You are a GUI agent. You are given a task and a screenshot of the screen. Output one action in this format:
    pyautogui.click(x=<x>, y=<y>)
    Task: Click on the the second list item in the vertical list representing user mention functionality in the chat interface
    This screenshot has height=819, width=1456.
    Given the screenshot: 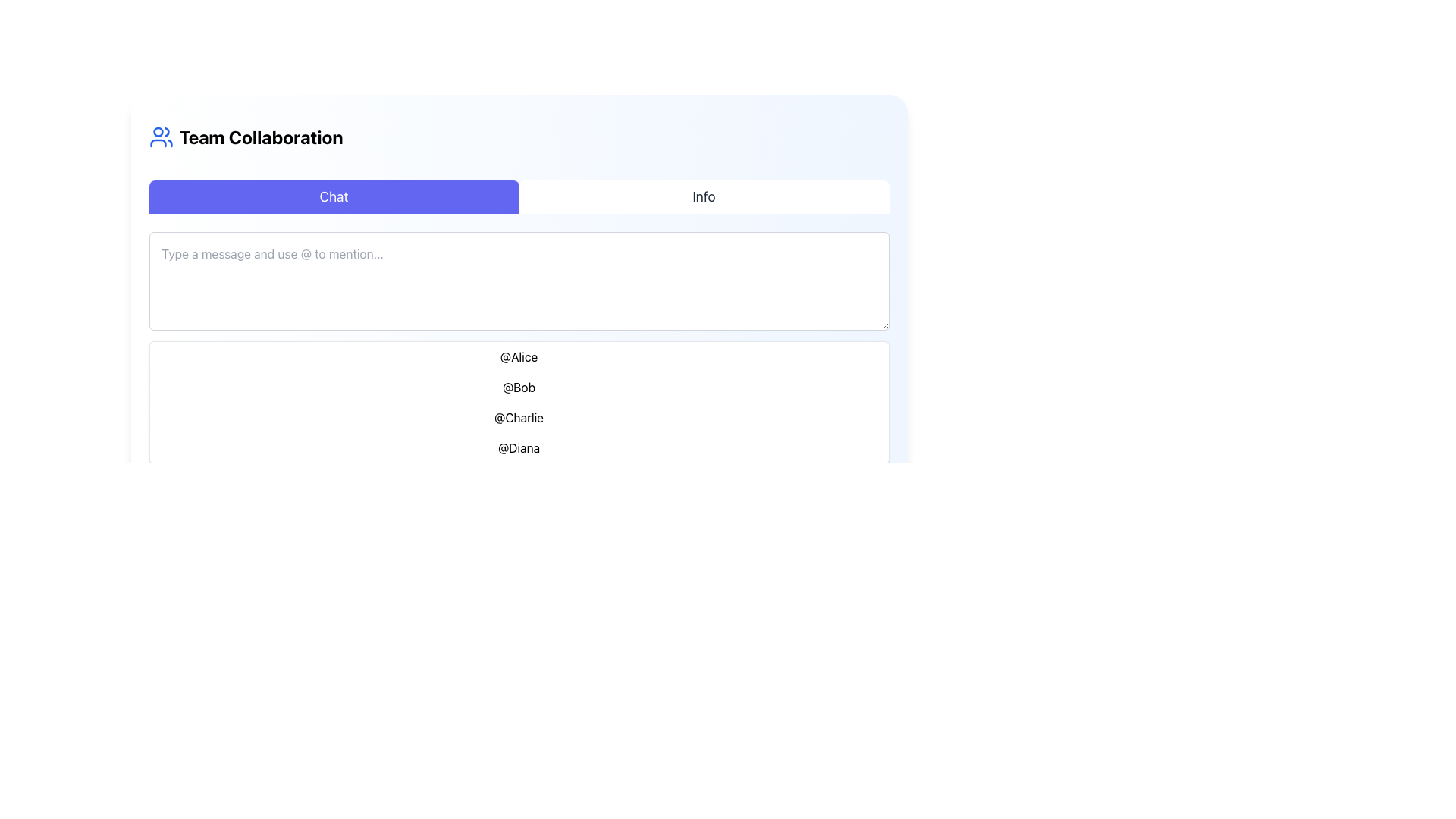 What is the action you would take?
    pyautogui.click(x=519, y=386)
    